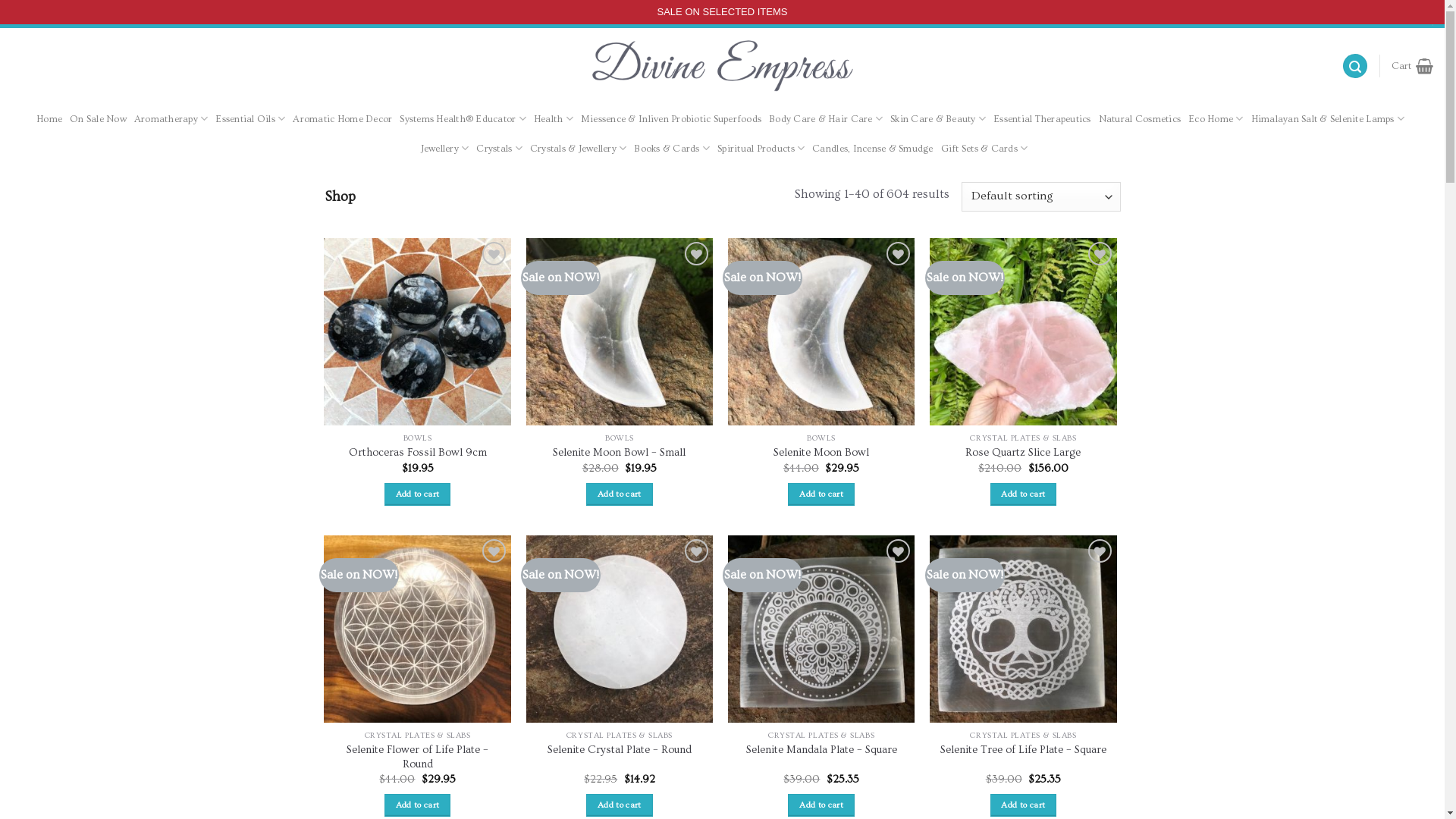 The width and height of the screenshot is (1456, 819). I want to click on 'Natural Cosmetics', so click(1139, 118).